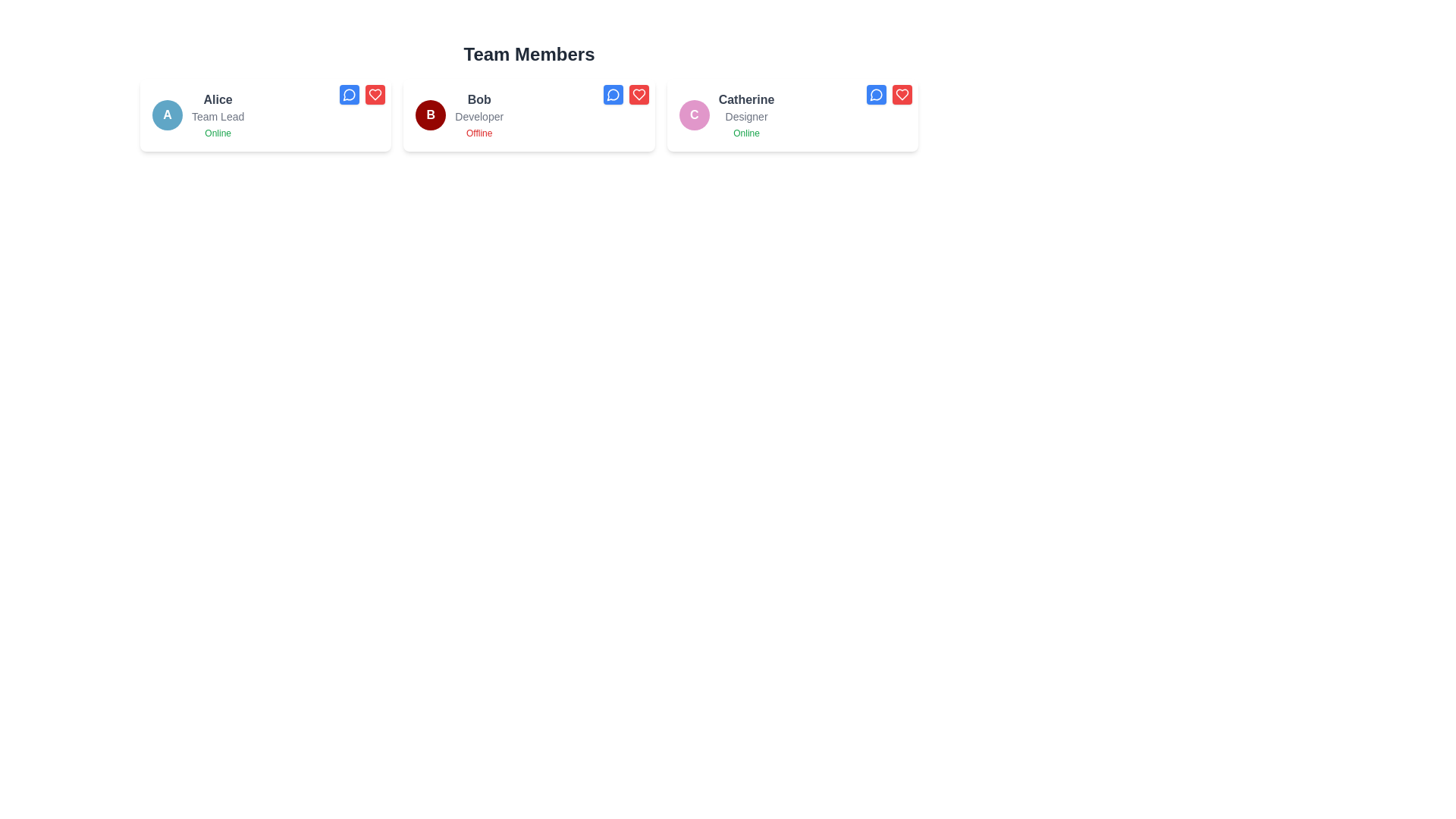  I want to click on text content of the 'Designer' label located on the rightmost profile card in the 'Team Members' section, positioned below the name 'Catherine', so click(746, 116).